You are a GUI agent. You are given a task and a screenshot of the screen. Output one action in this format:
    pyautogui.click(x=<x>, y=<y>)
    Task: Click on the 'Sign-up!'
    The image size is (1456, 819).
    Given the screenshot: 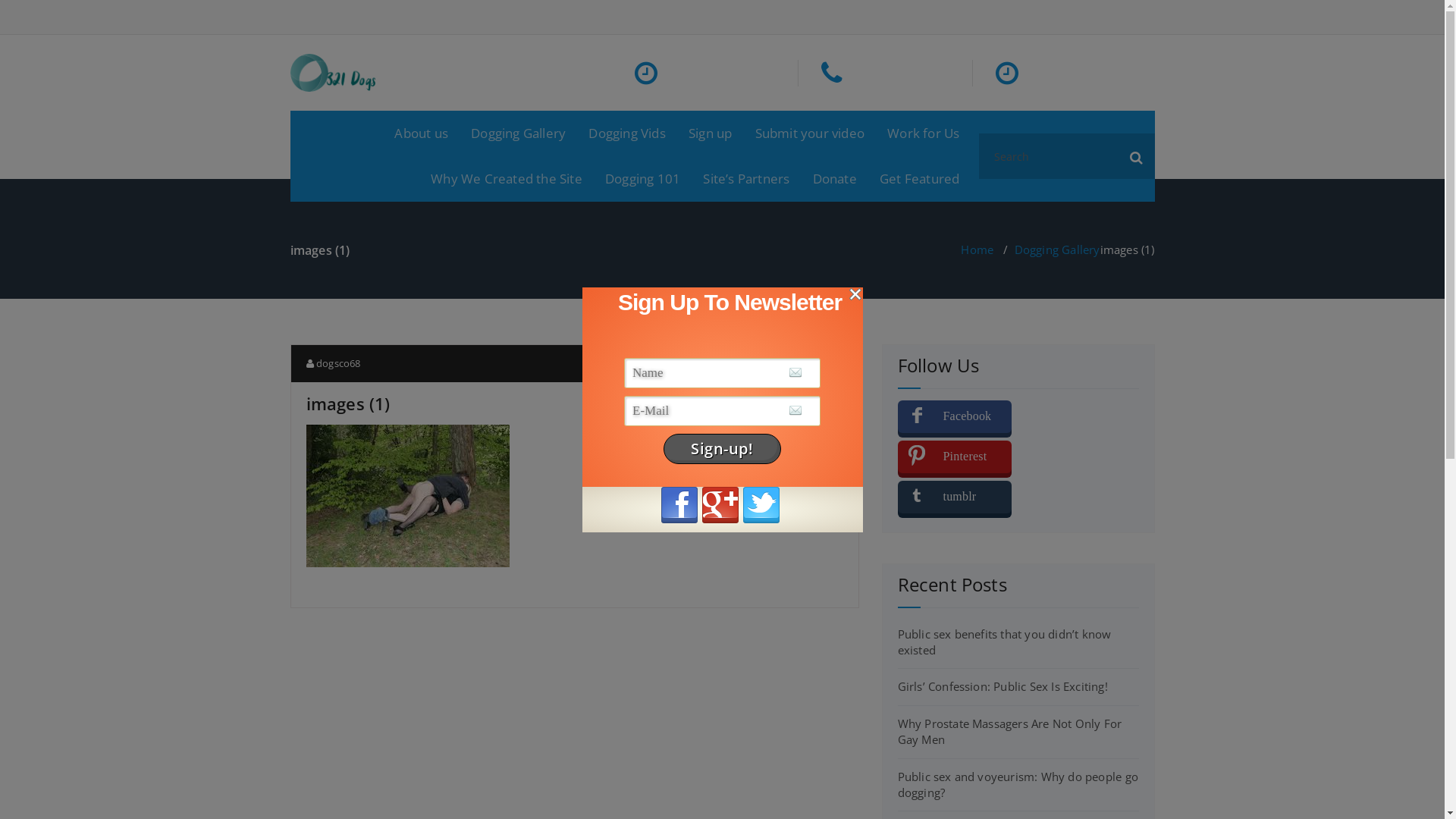 What is the action you would take?
    pyautogui.click(x=721, y=447)
    